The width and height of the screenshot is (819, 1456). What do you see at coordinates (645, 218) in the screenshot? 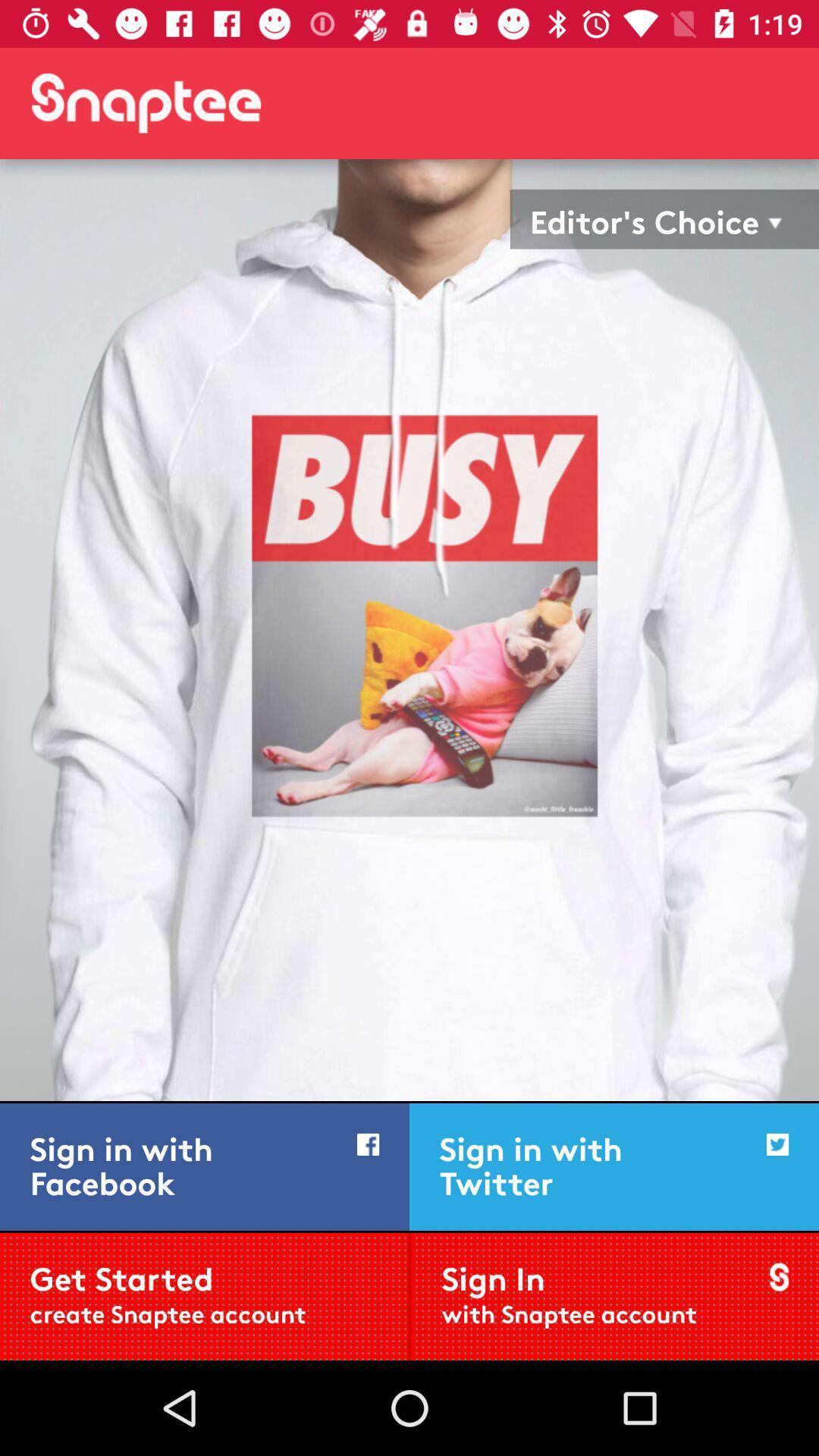
I see `the editor's choice icon` at bounding box center [645, 218].